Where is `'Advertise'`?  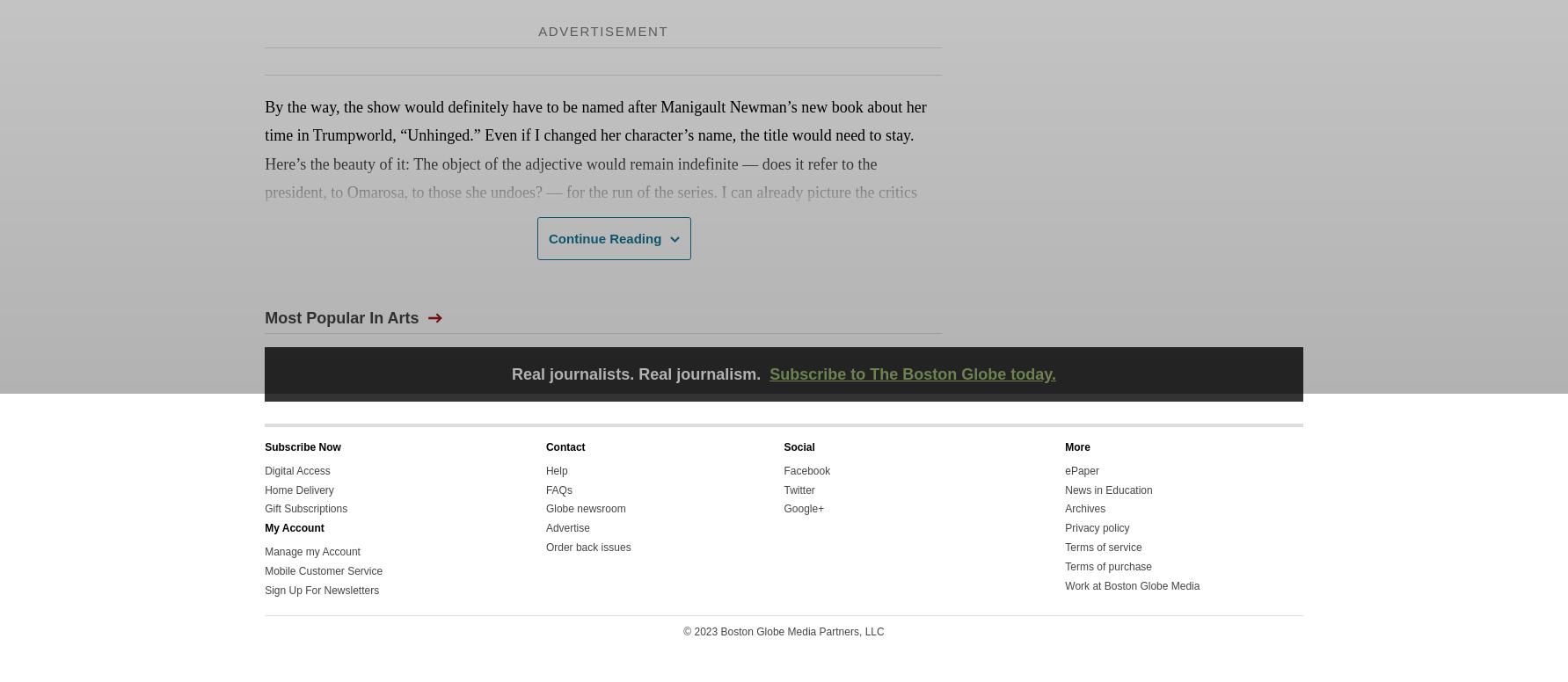 'Advertise' is located at coordinates (566, 528).